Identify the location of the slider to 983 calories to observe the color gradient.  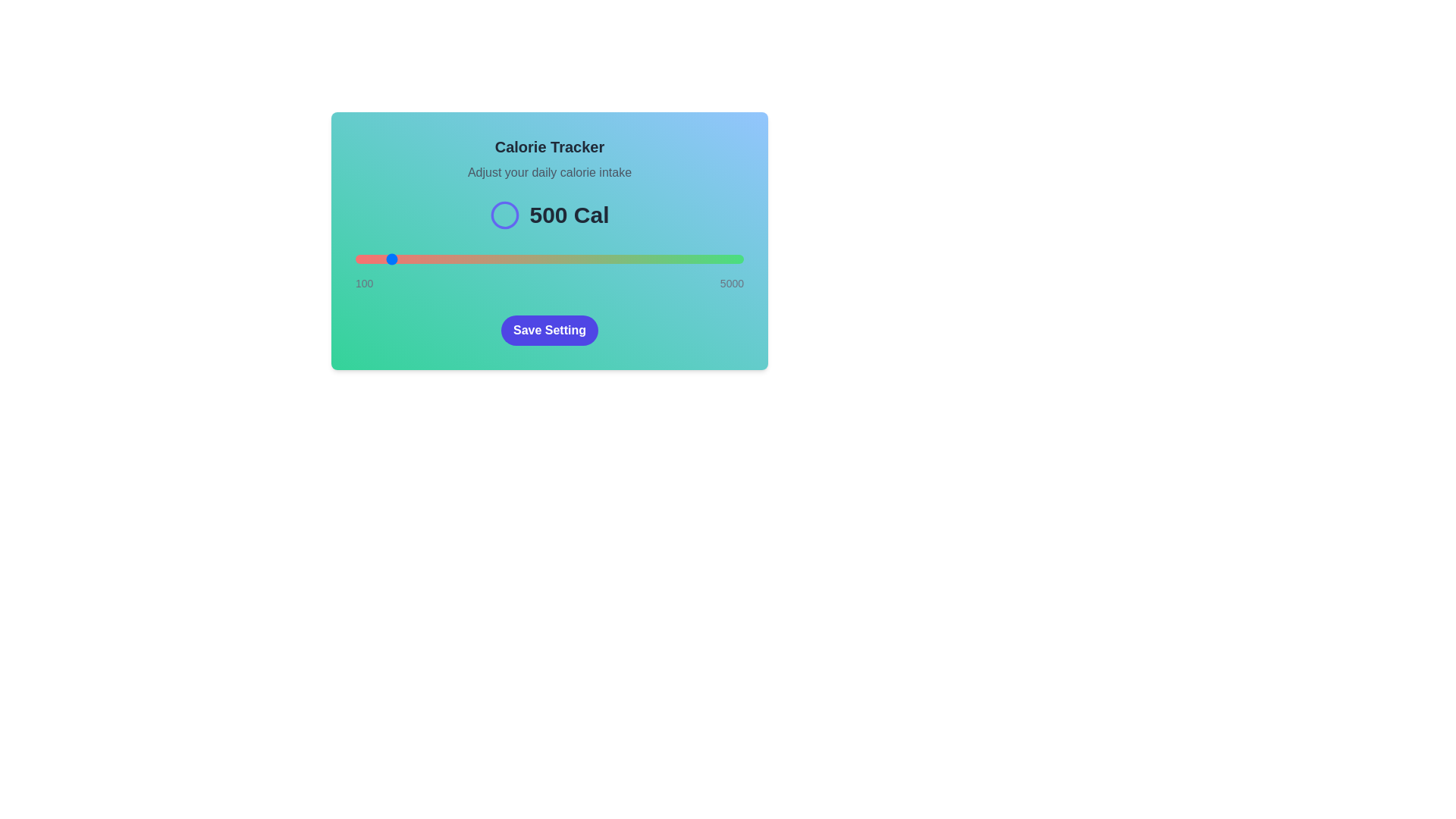
(425, 259).